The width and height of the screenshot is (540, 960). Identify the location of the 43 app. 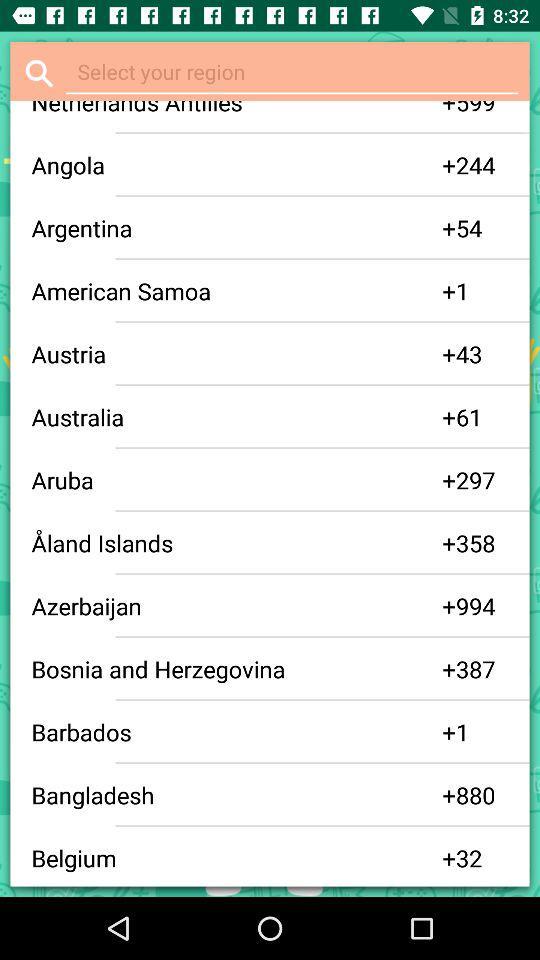
(481, 354).